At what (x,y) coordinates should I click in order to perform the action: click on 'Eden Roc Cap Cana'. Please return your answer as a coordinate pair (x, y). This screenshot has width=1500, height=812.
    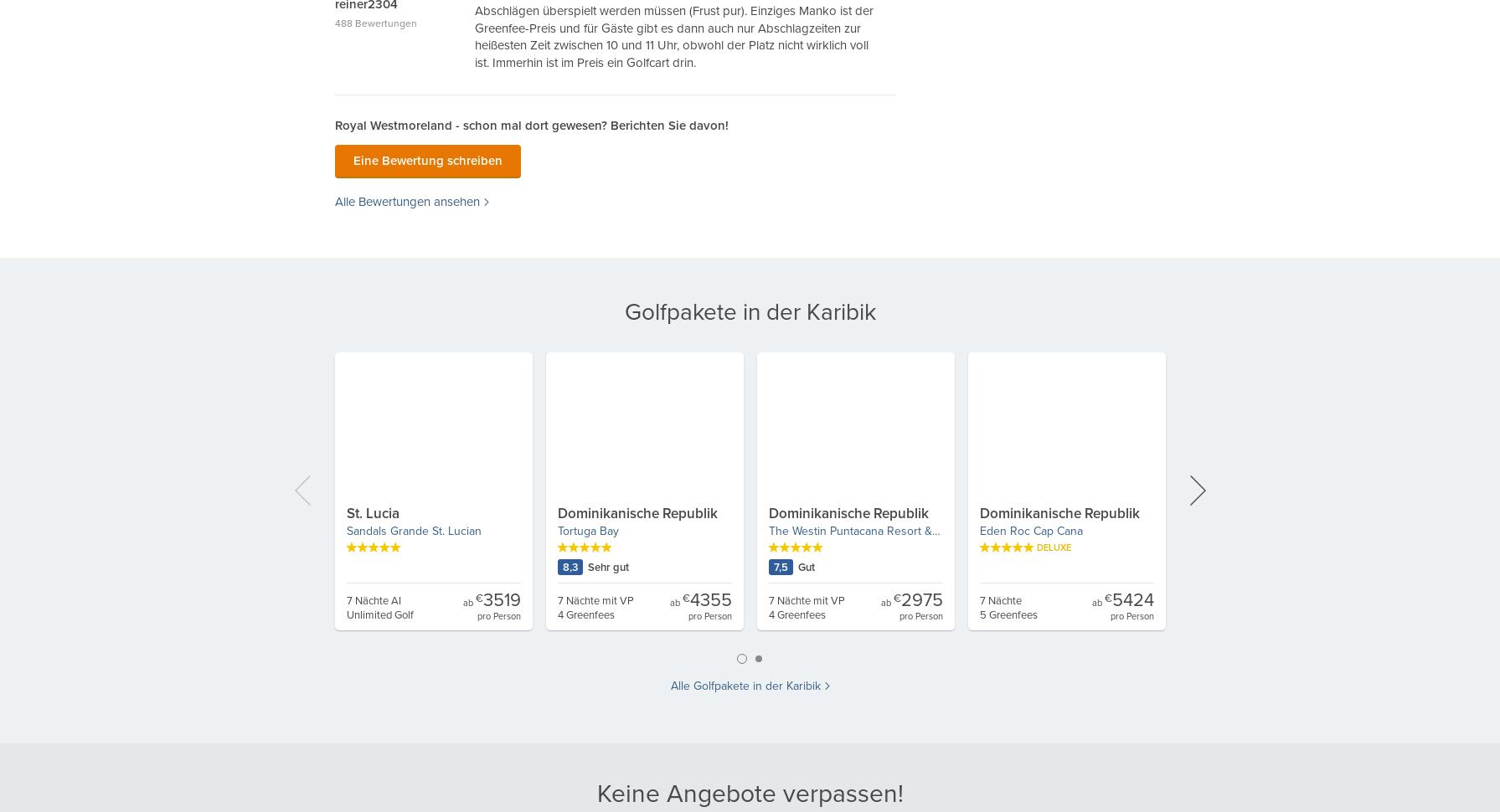
    Looking at the image, I should click on (1029, 530).